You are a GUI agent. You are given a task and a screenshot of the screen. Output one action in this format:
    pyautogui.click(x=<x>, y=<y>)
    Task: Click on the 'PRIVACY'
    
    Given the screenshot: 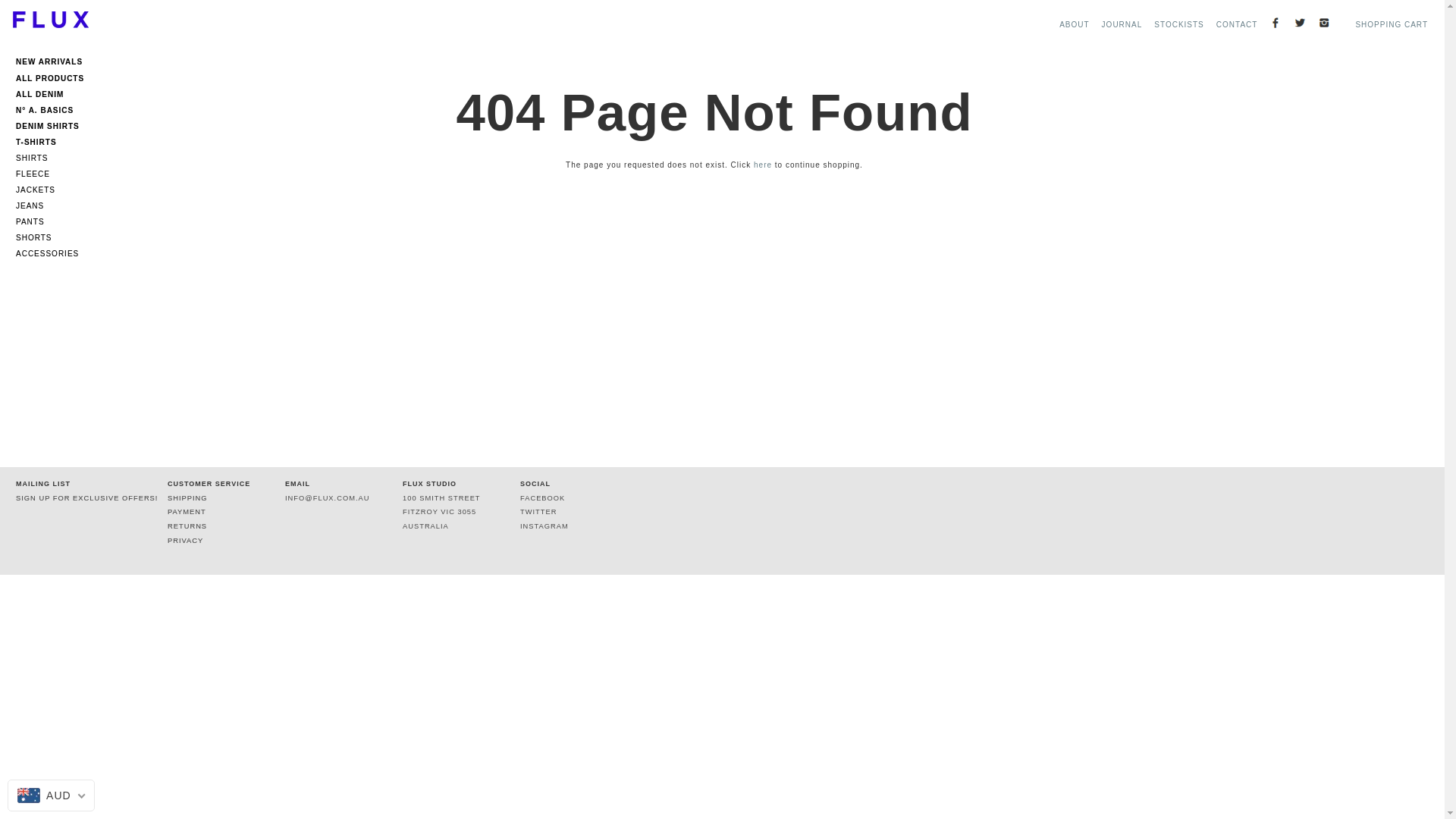 What is the action you would take?
    pyautogui.click(x=184, y=540)
    